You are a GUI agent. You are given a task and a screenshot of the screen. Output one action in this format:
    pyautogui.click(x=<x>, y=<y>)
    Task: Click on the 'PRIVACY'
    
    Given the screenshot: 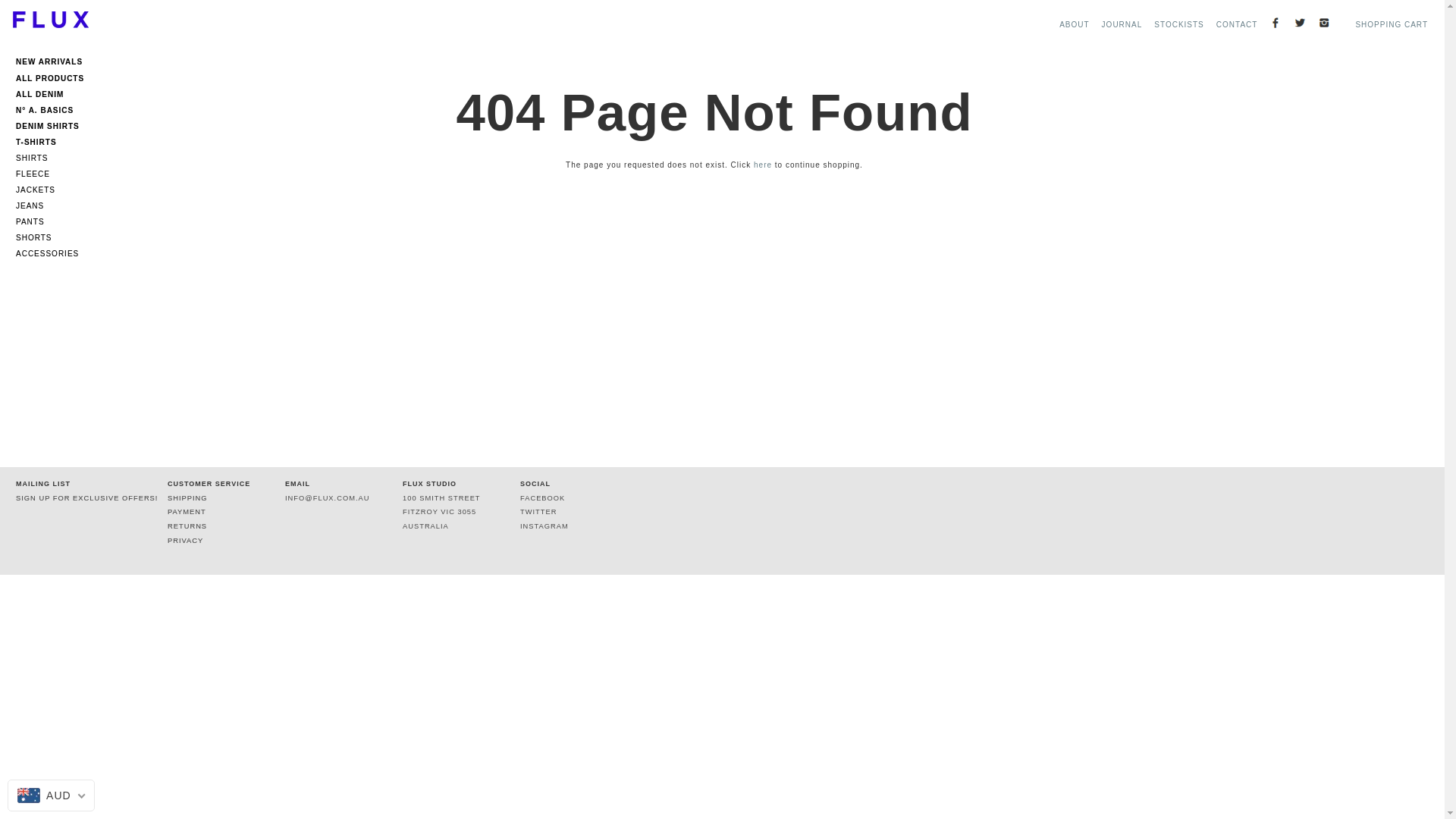 What is the action you would take?
    pyautogui.click(x=184, y=540)
    